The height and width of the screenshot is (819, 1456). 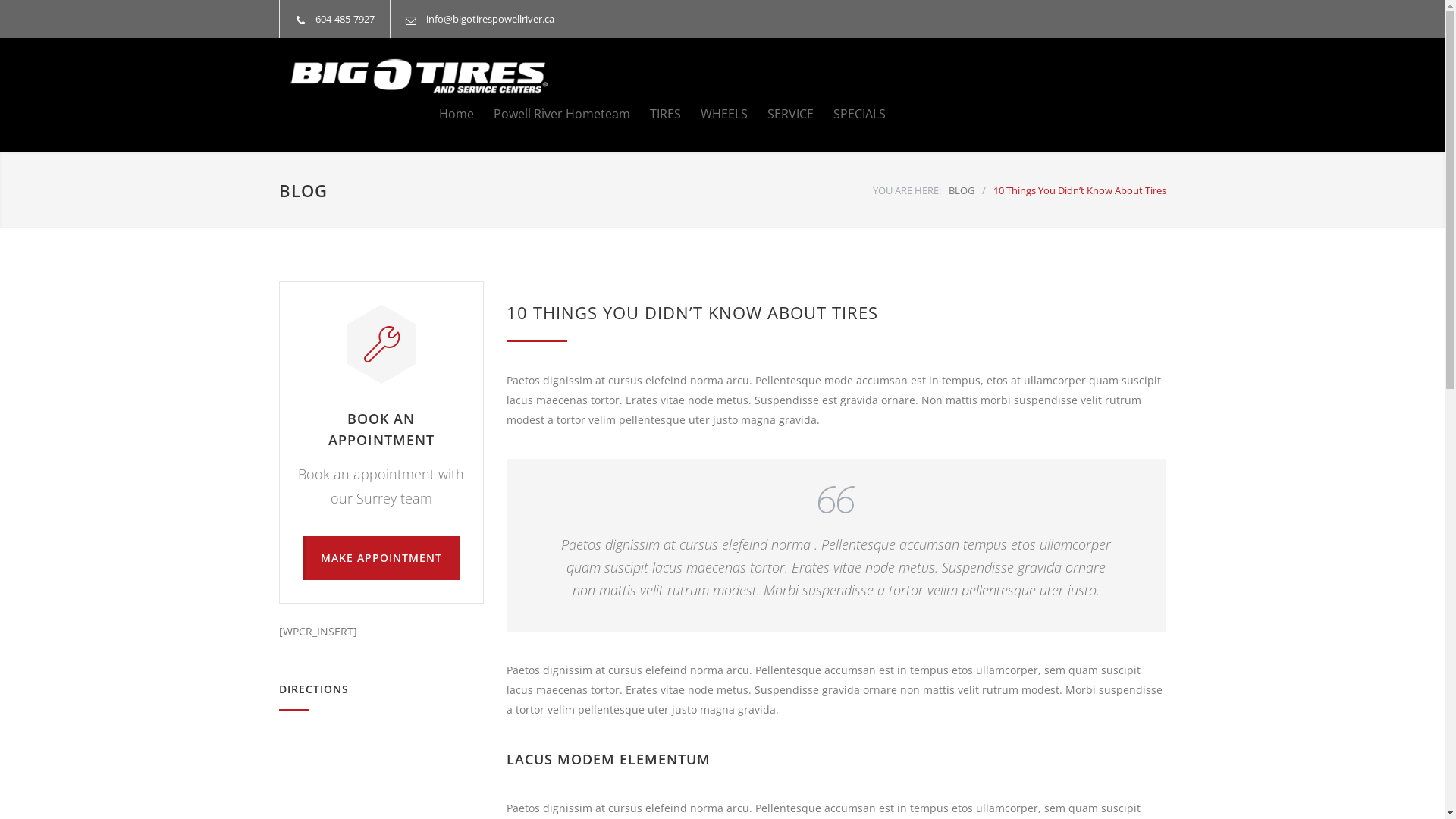 I want to click on 'Powell River Hometeam', so click(x=550, y=113).